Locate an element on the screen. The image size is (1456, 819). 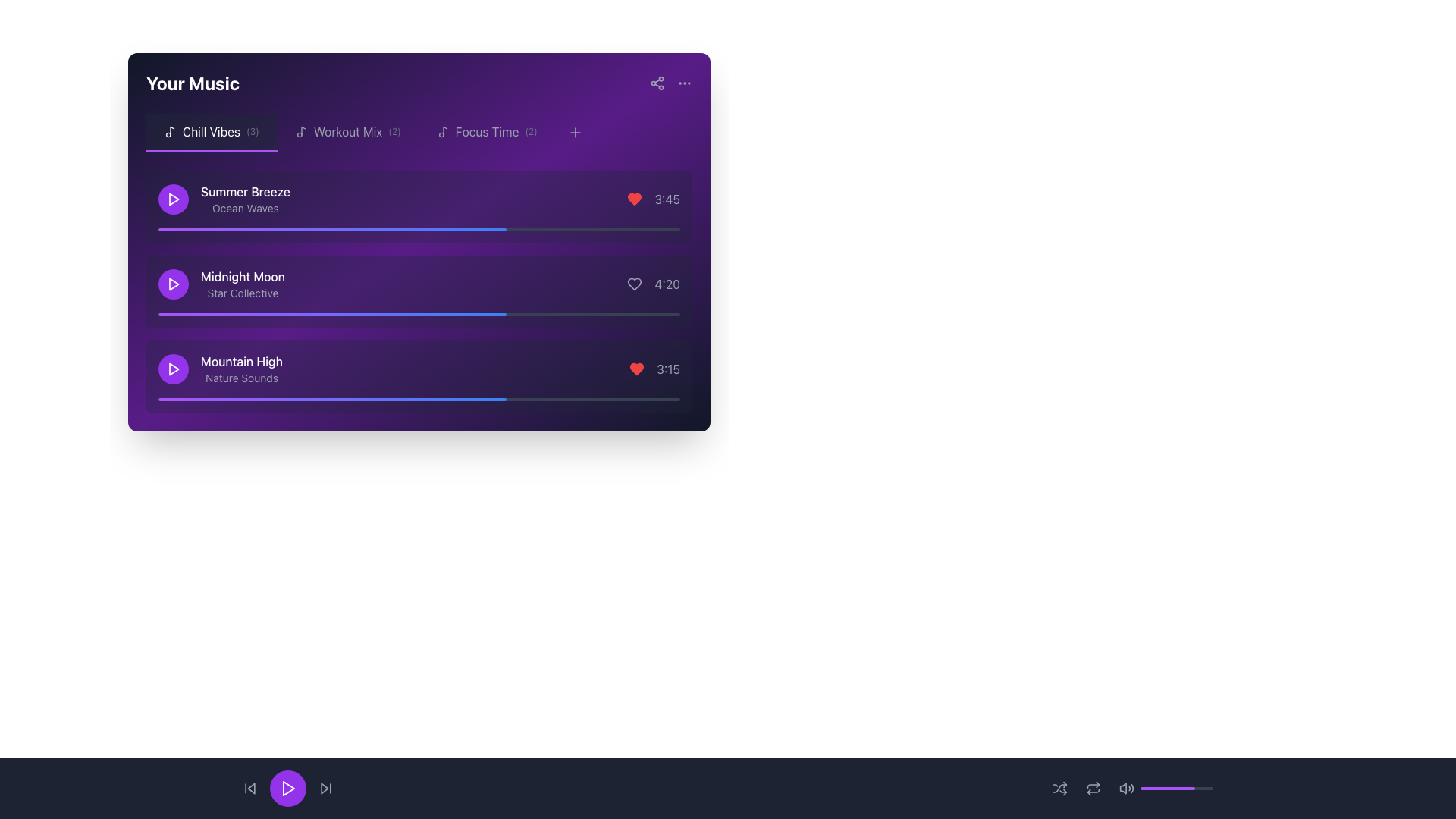
the left-pointing triangular icon on the bottom control bar is located at coordinates (251, 788).